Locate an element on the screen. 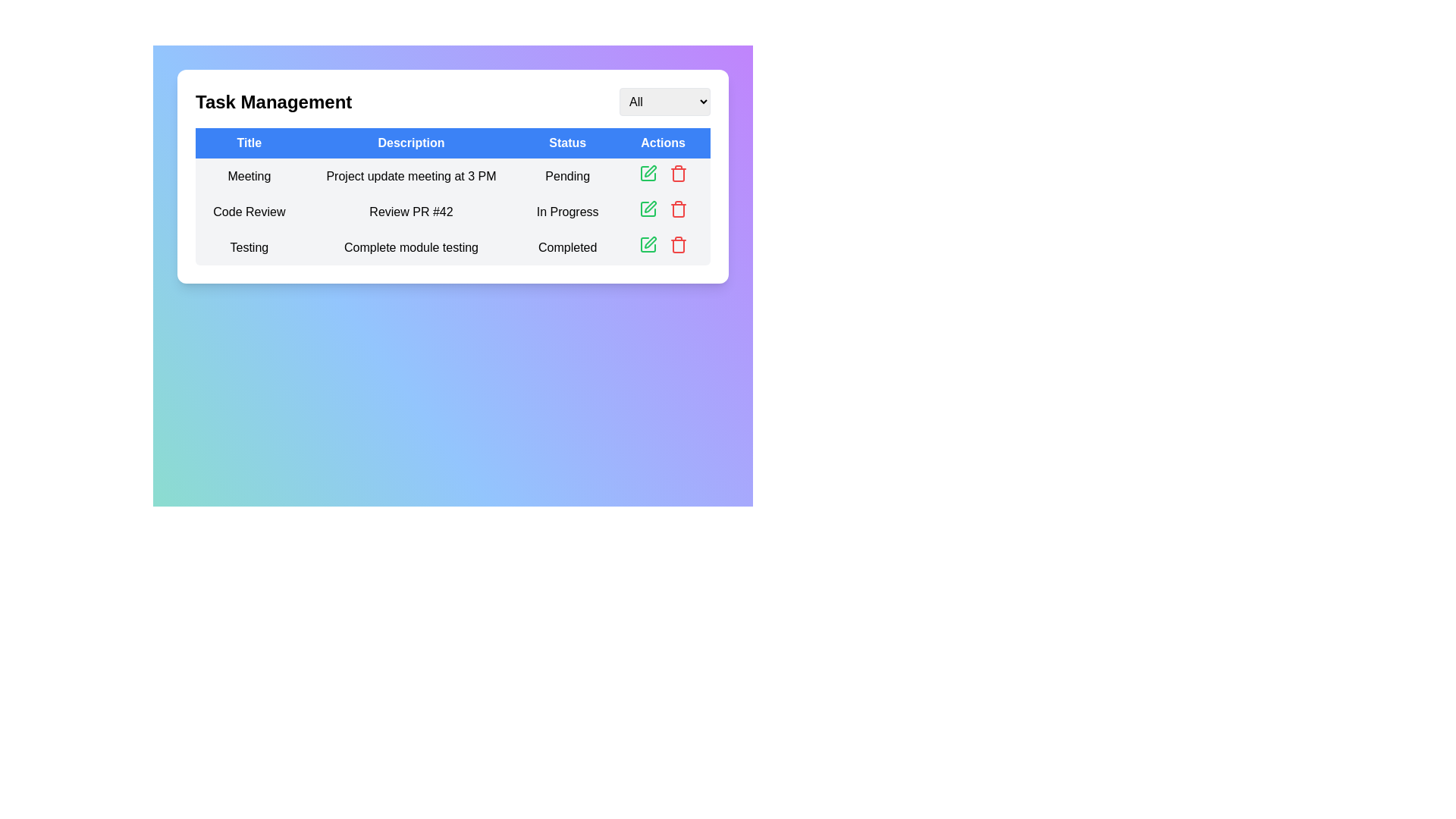 The height and width of the screenshot is (819, 1456). the static text element reading 'Complete module testing' located in the 'Description' column of the third row in the table is located at coordinates (411, 246).